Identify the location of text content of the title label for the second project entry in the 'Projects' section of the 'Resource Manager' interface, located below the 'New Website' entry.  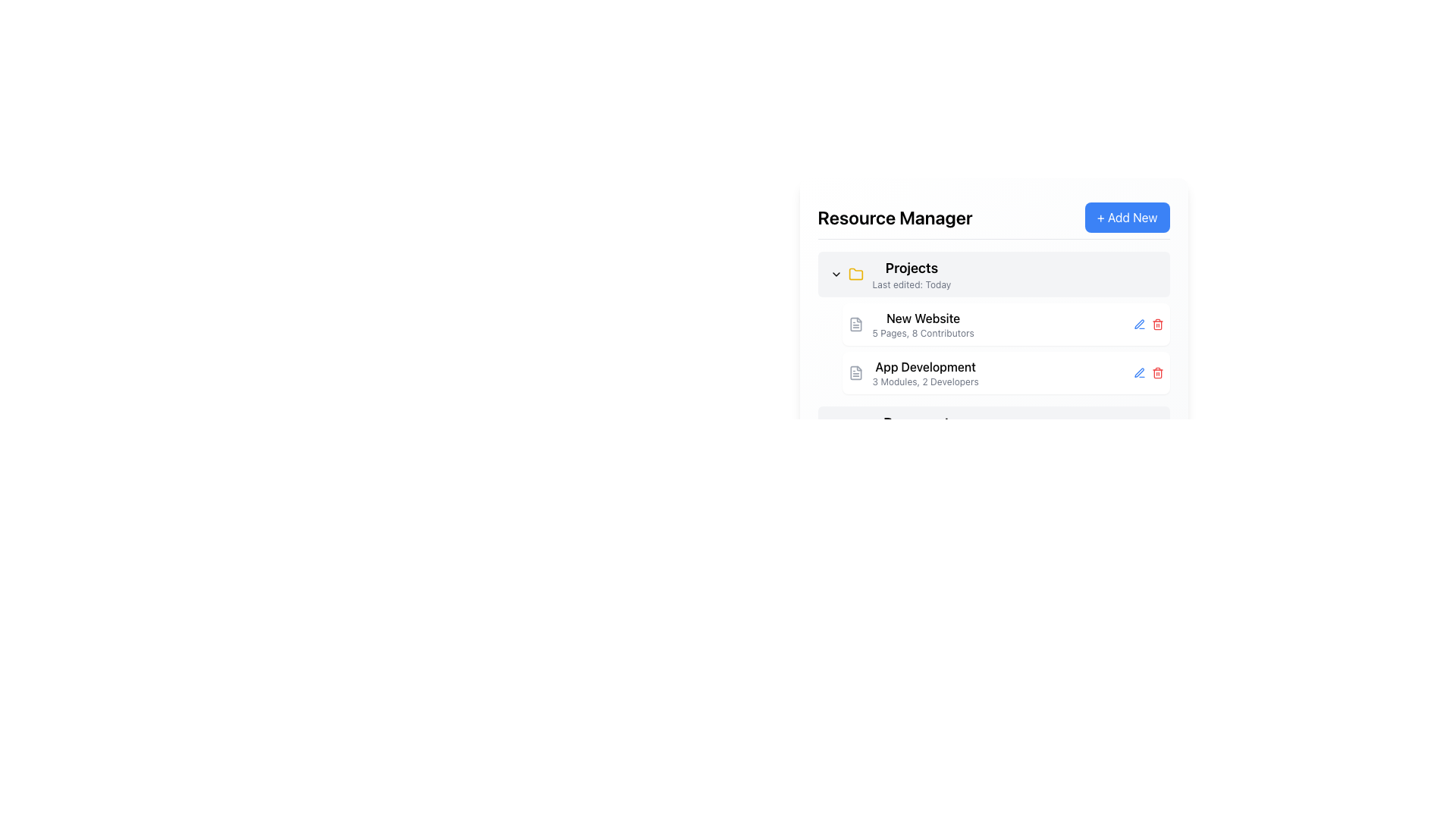
(924, 366).